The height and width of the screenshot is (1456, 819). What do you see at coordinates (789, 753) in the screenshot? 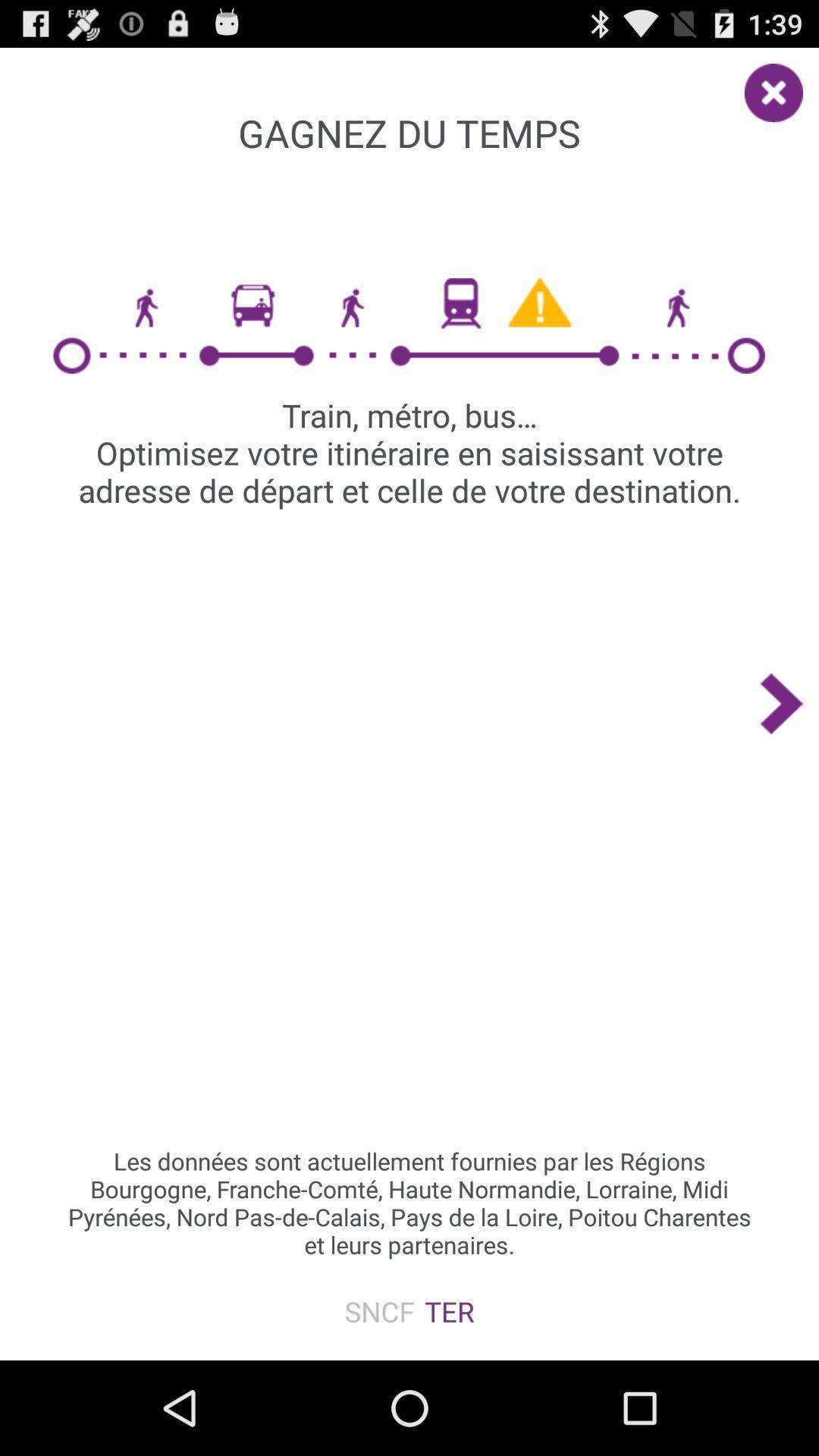
I see `the arrow_forward icon` at bounding box center [789, 753].